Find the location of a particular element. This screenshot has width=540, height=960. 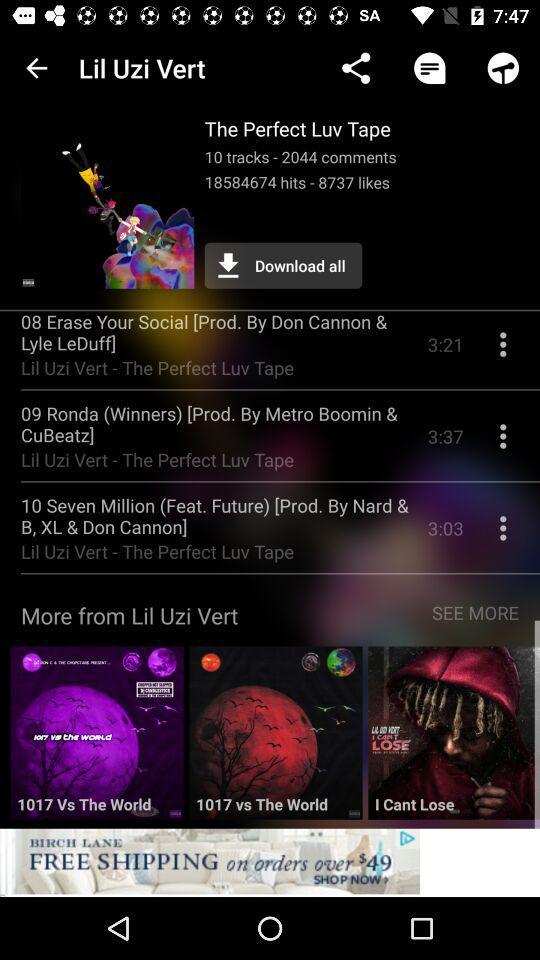

open 1017 vs the world album is located at coordinates (96, 739).